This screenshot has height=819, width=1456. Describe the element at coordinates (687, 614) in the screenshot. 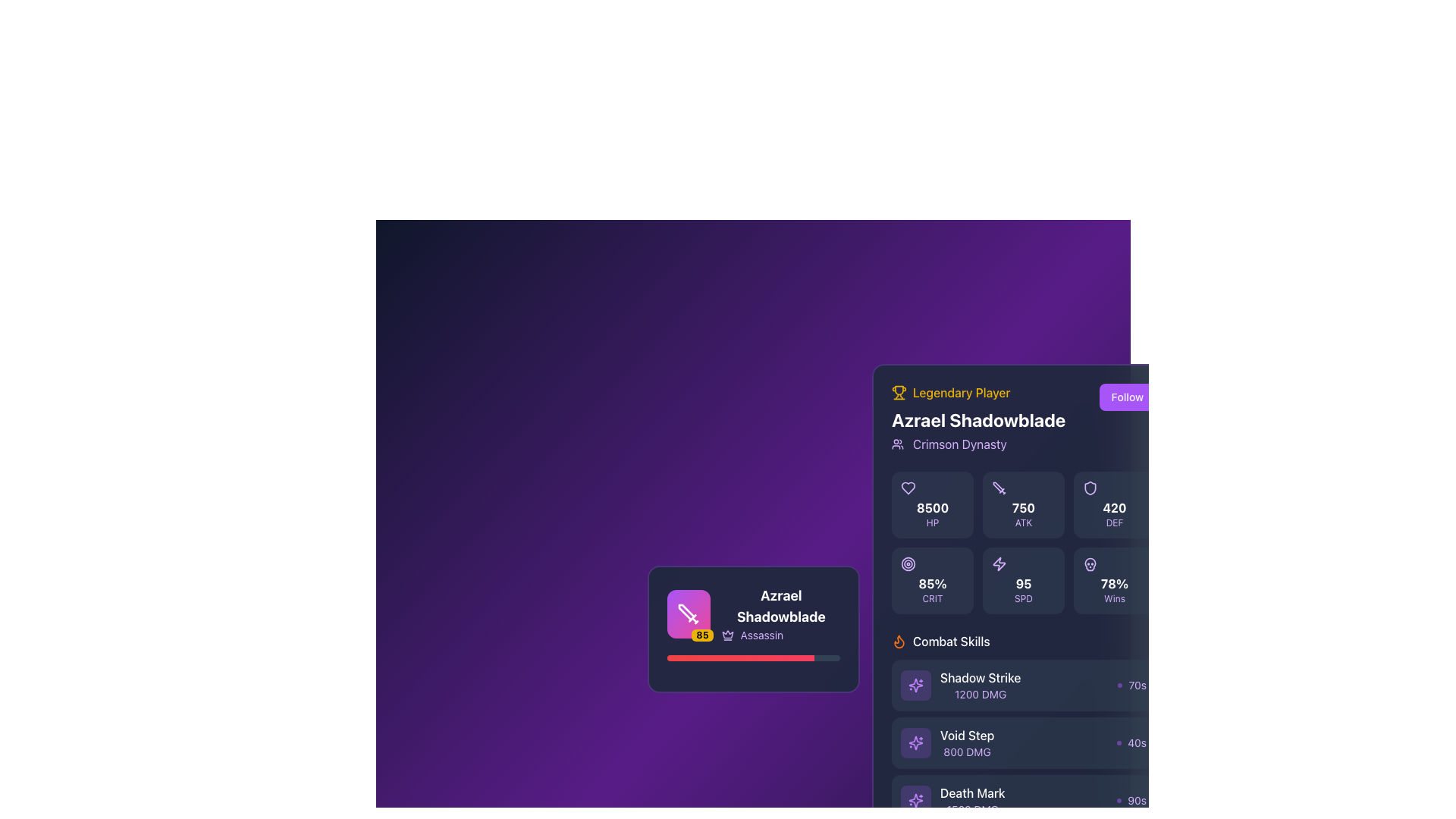

I see `the sword icon representing a skill or attribute, centrally placed within a rounded rectangular card with a gradient background from purple to pink` at that location.